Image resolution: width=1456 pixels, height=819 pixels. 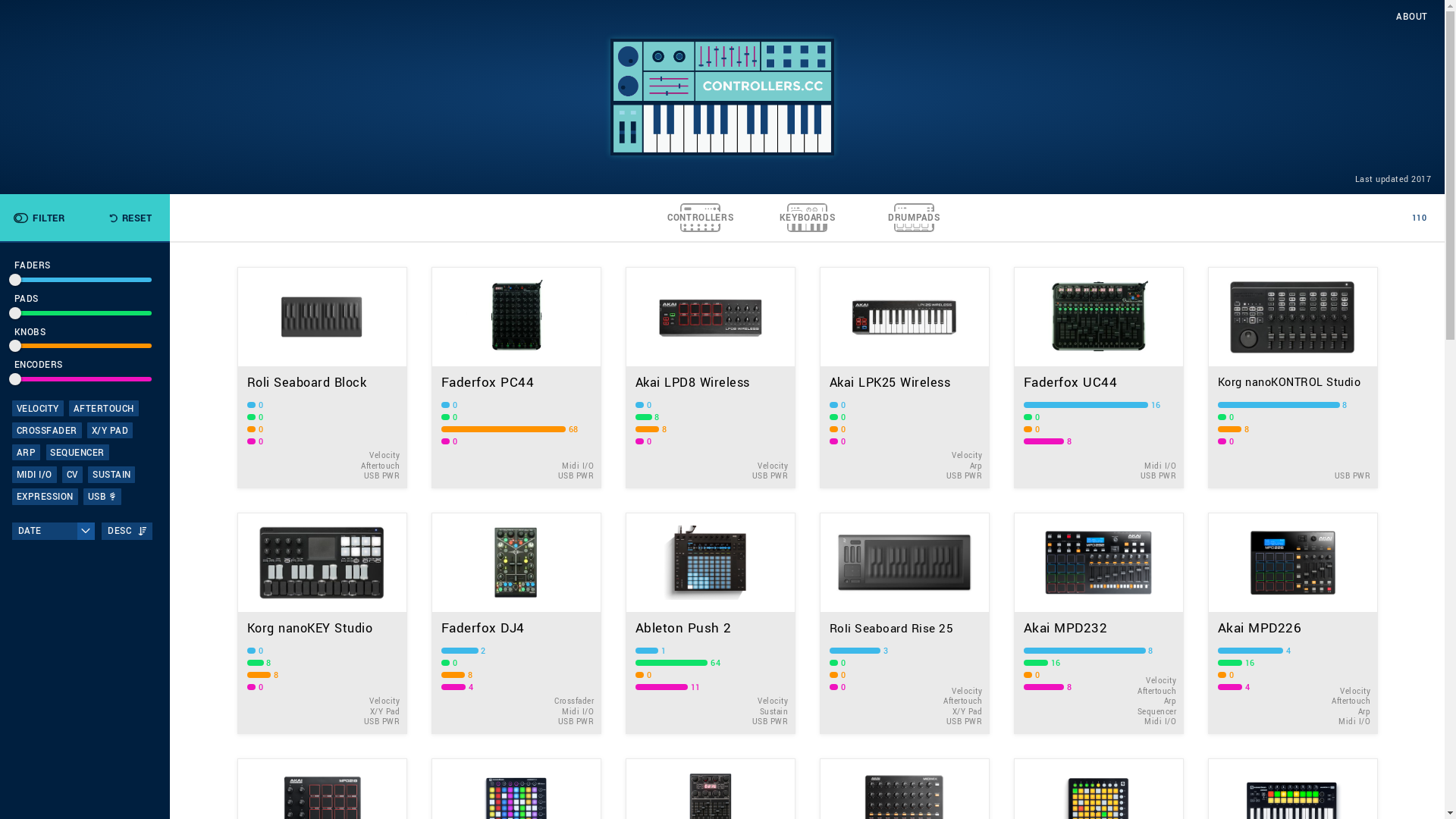 I want to click on 'FILTER', so click(x=11, y=217).